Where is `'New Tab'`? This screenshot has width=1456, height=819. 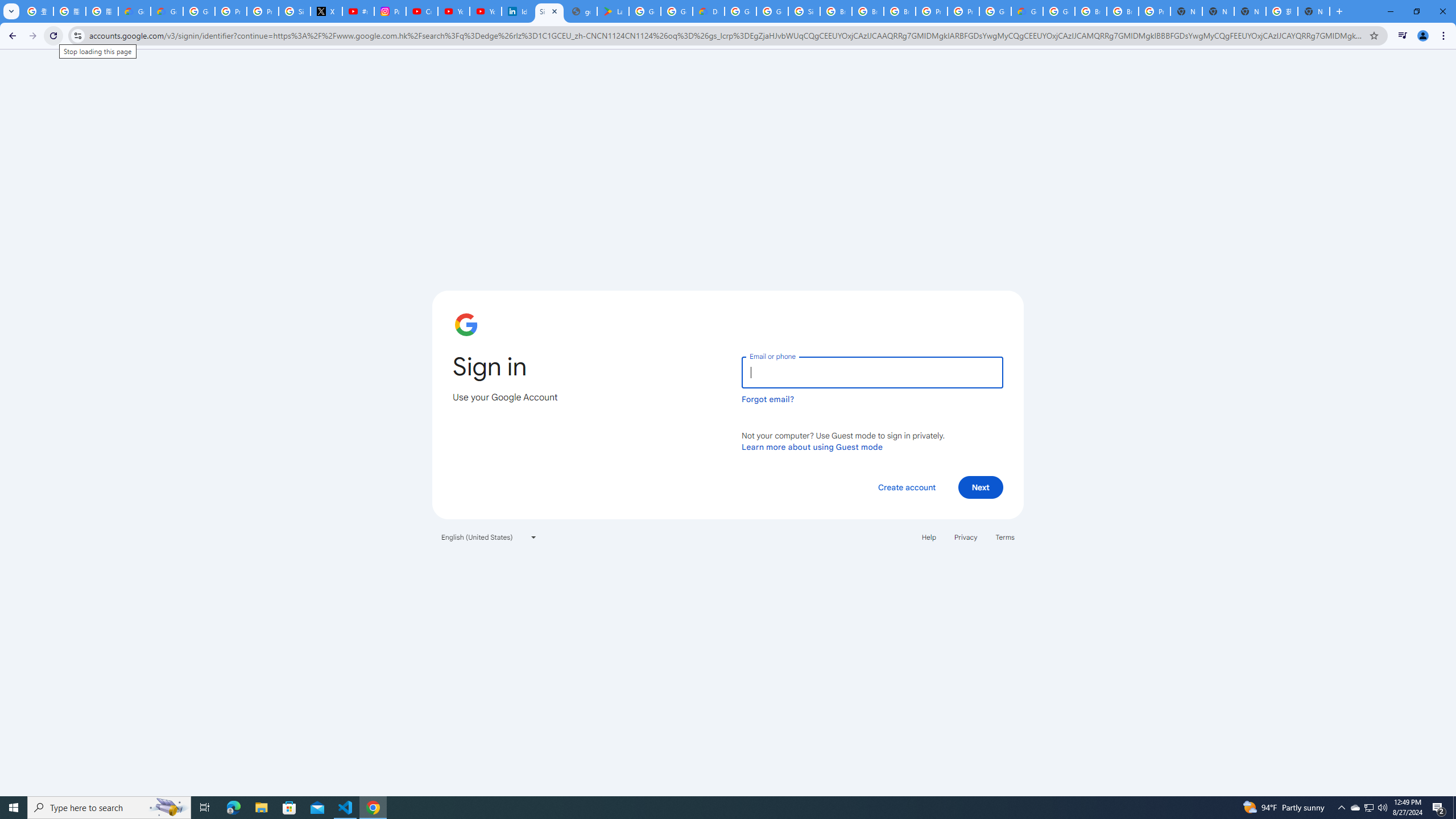
'New Tab' is located at coordinates (1314, 11).